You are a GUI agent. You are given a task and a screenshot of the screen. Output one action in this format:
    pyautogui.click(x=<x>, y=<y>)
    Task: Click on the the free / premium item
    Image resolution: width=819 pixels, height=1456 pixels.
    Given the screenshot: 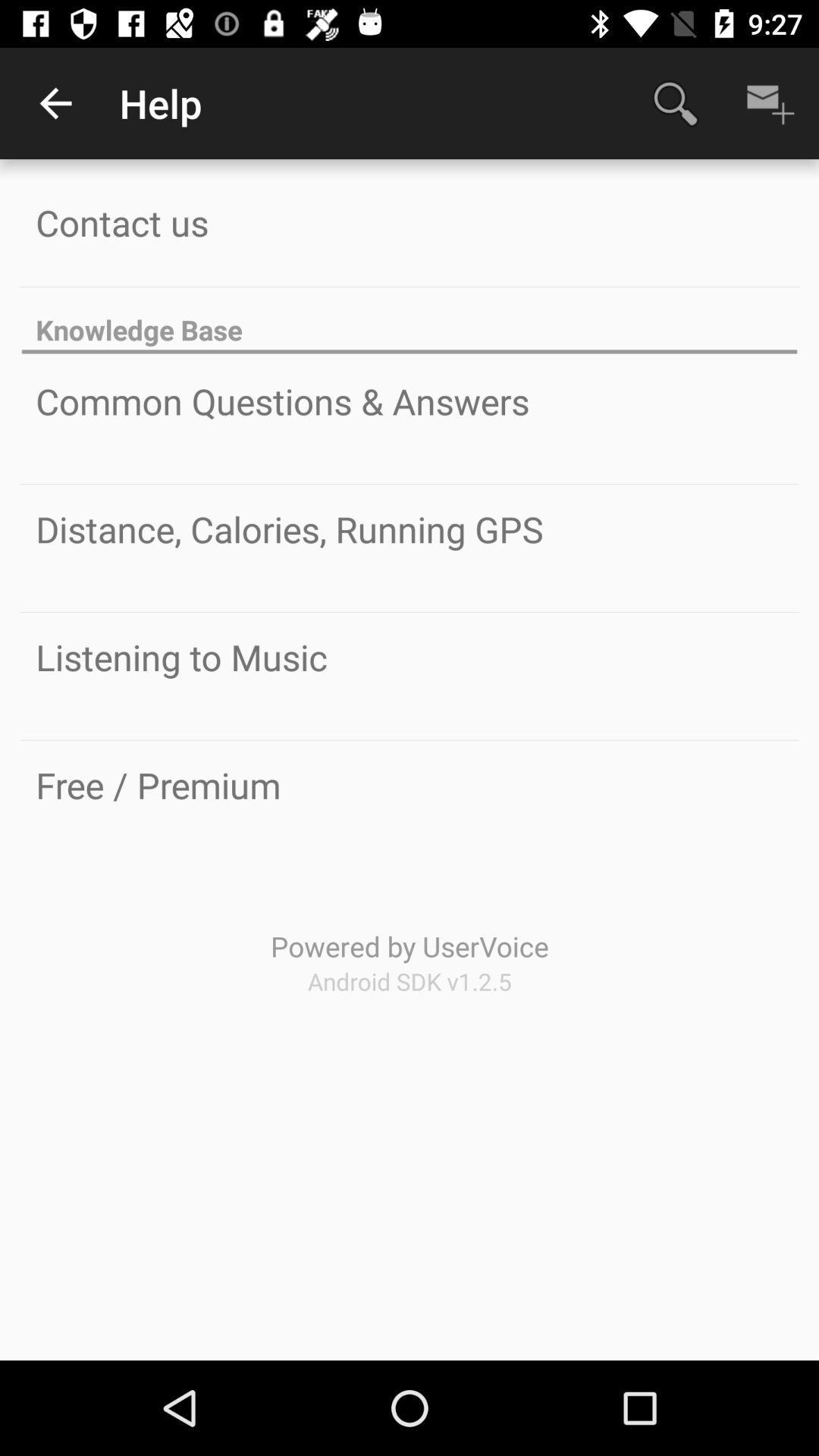 What is the action you would take?
    pyautogui.click(x=158, y=785)
    